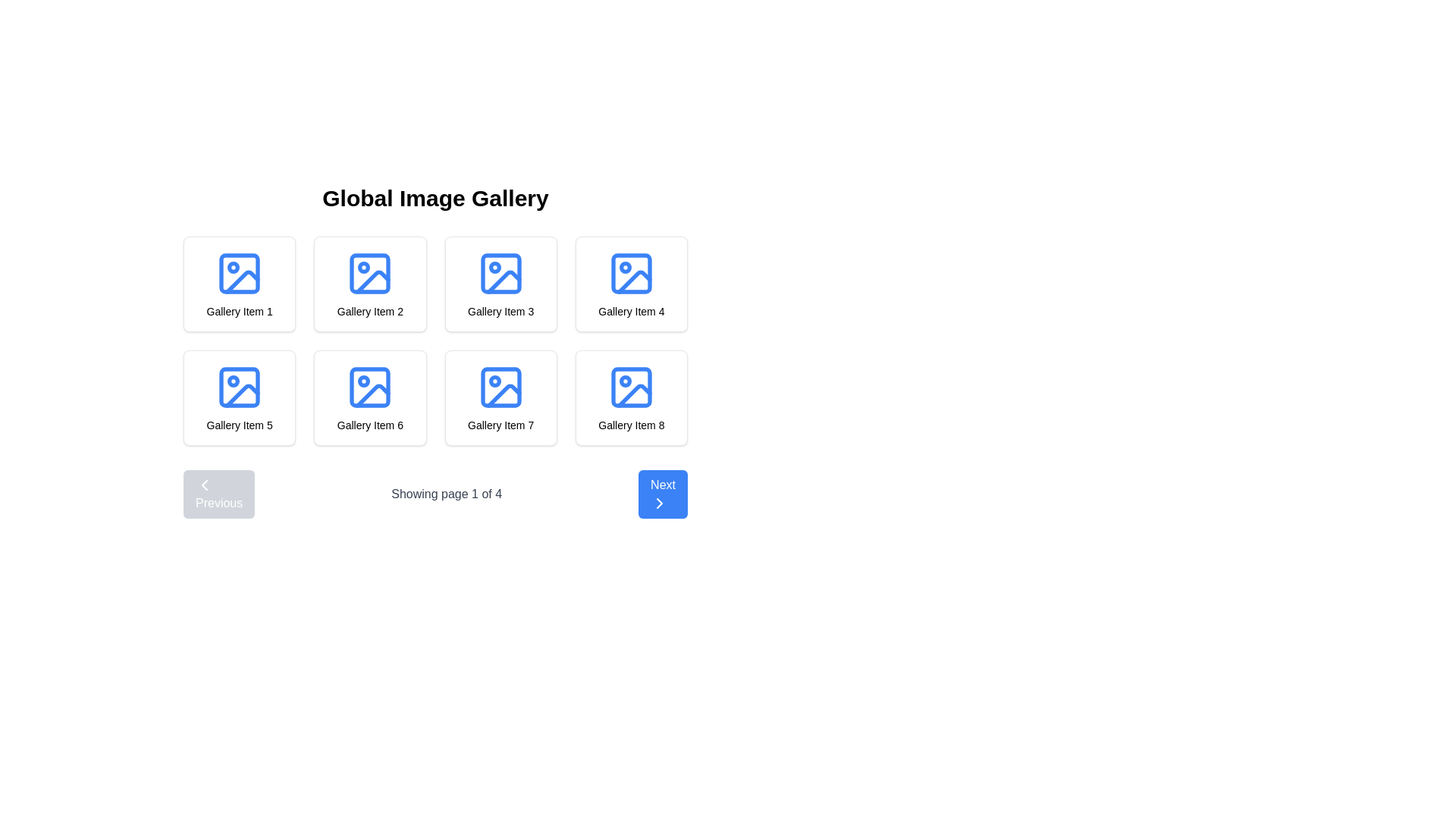 This screenshot has height=819, width=1456. What do you see at coordinates (631, 386) in the screenshot?
I see `the SVG Icon representing 'Gallery Item 8', which is centrally located at the top of the card and serves as a visual indicator for the gallery item` at bounding box center [631, 386].